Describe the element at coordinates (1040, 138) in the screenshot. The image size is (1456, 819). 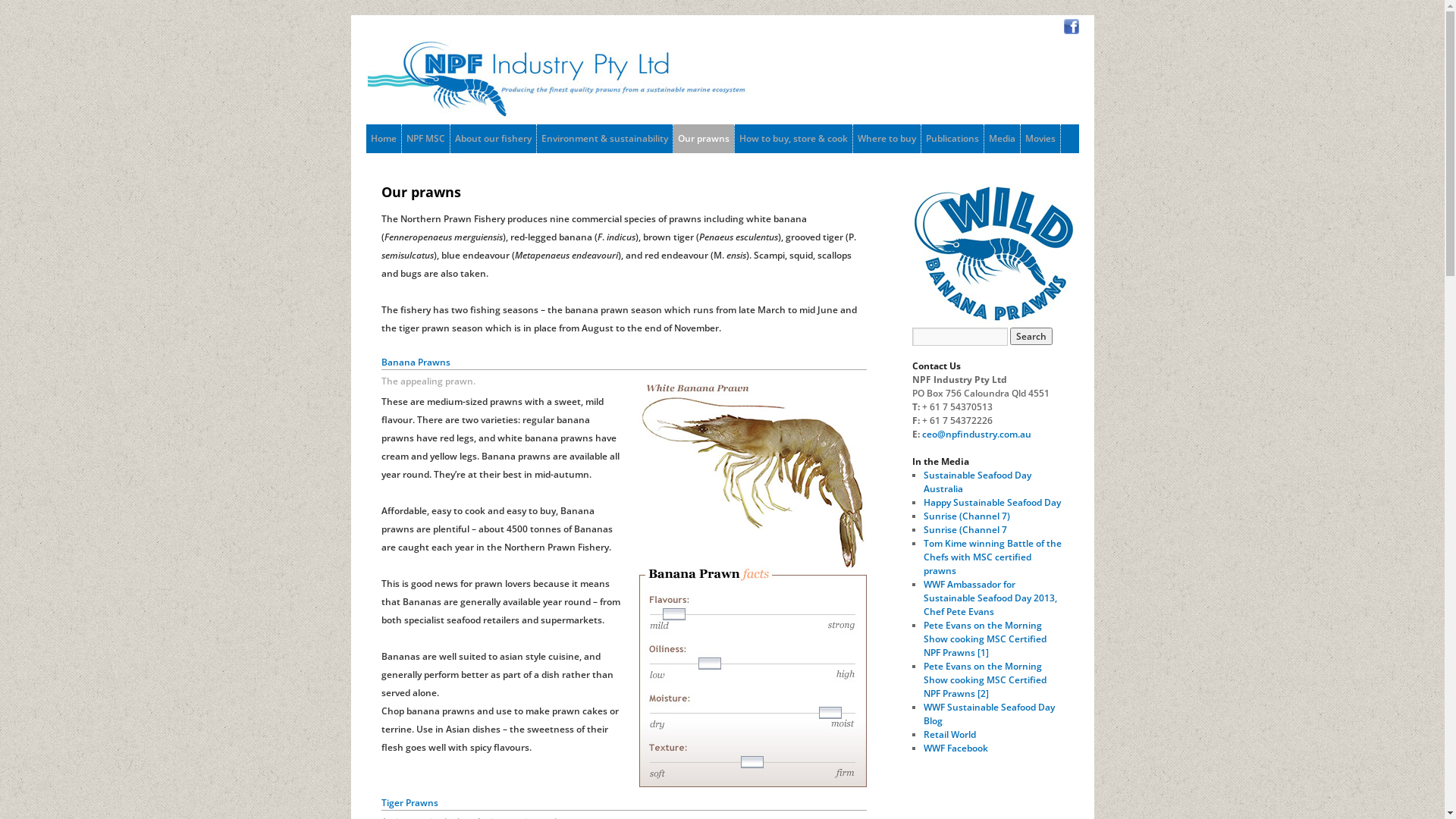
I see `'Movies'` at that location.